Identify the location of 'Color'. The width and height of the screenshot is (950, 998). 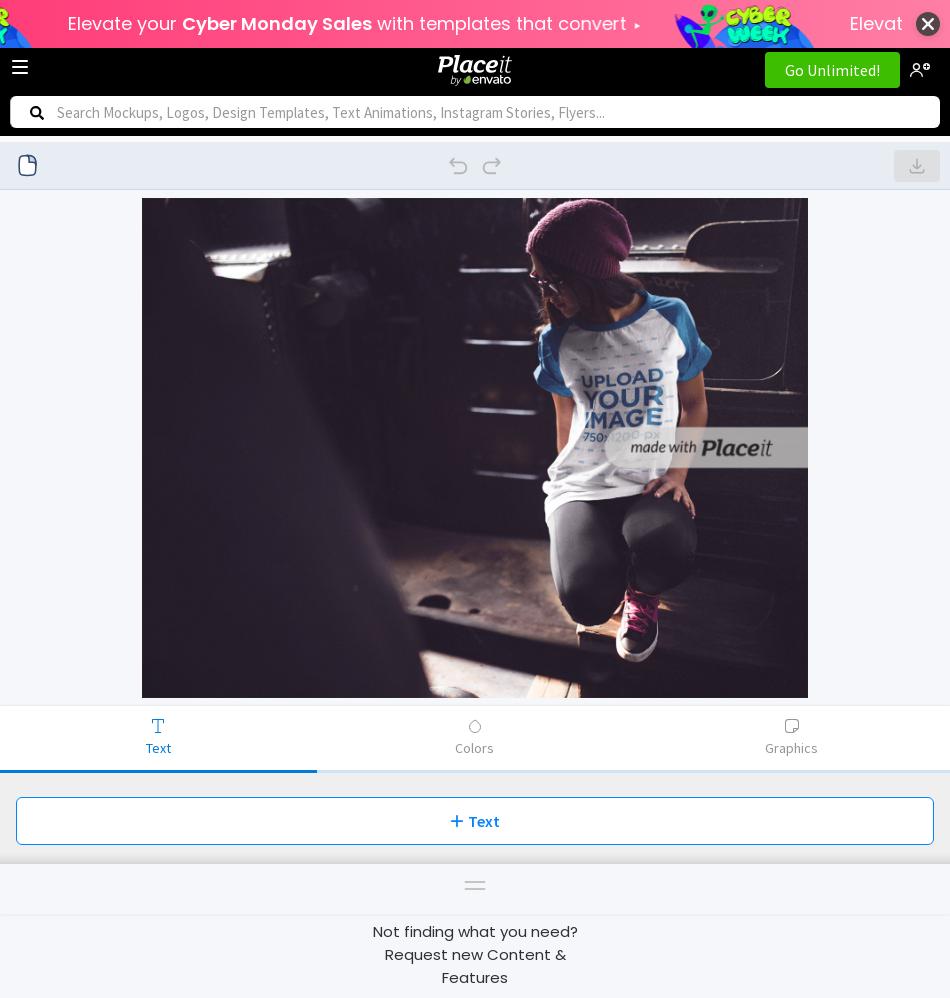
(668, 512).